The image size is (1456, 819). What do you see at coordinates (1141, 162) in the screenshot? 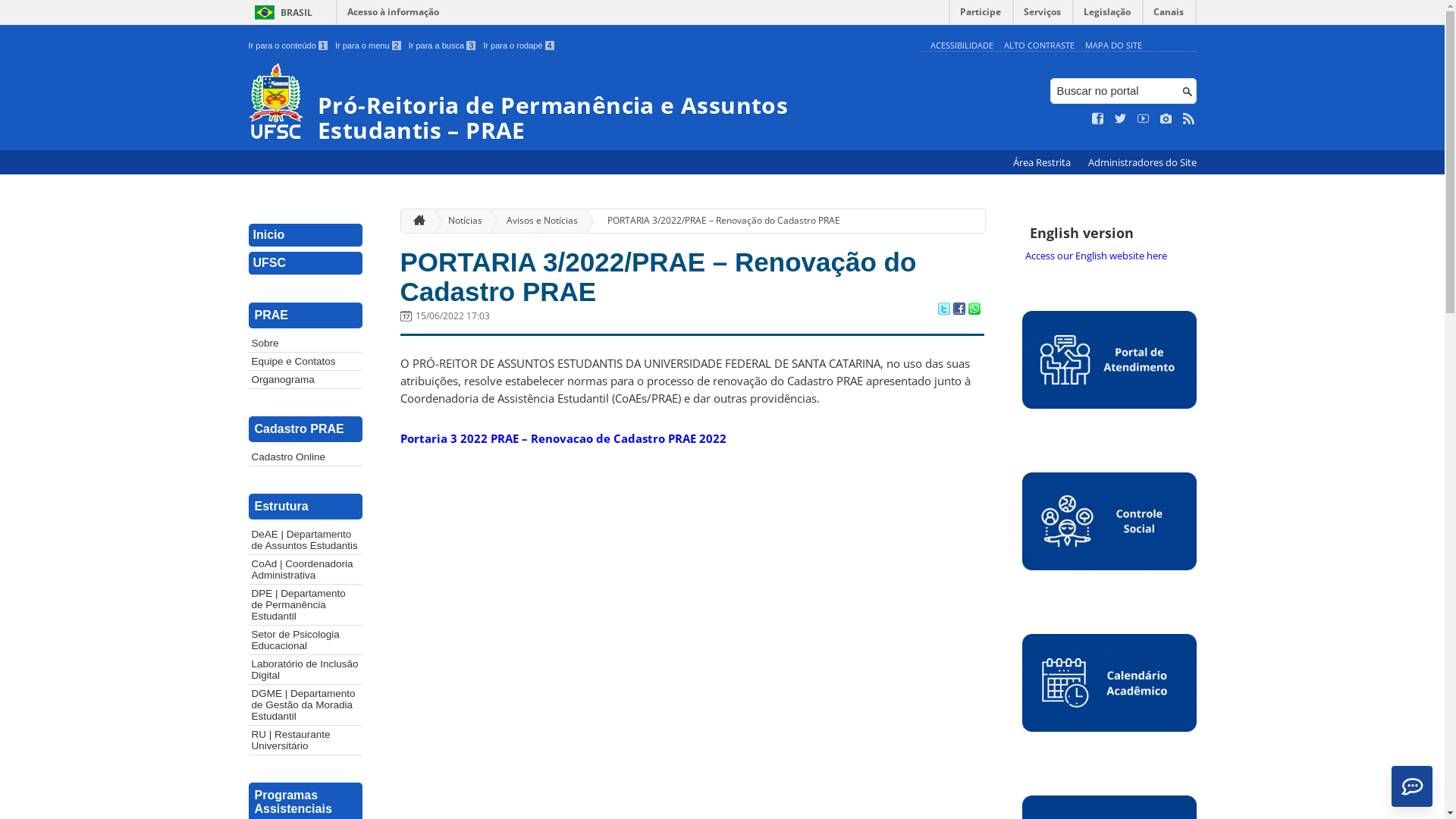
I see `'Administradores do Site'` at bounding box center [1141, 162].